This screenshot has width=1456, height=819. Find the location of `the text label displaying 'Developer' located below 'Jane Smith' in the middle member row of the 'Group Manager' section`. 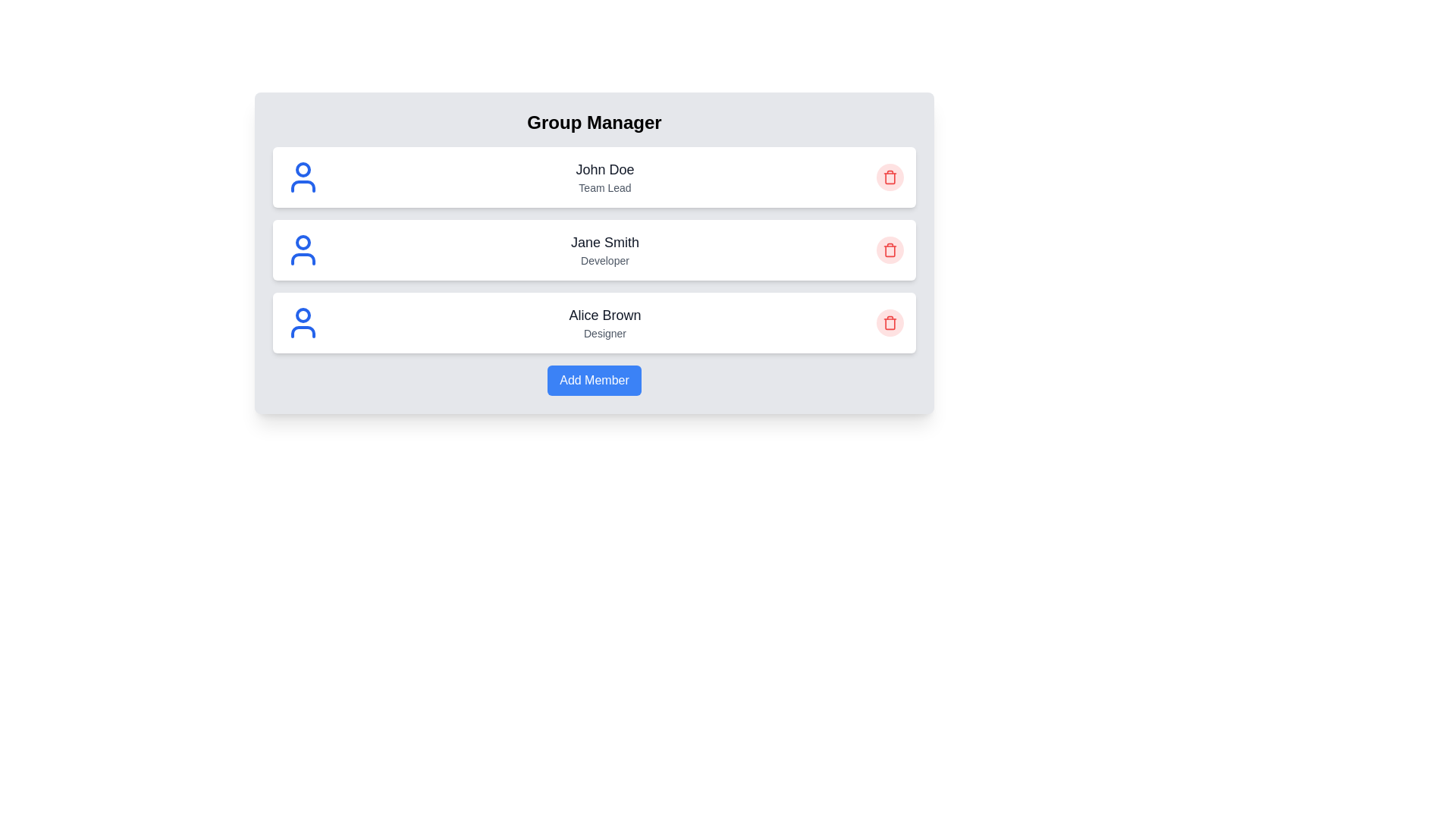

the text label displaying 'Developer' located below 'Jane Smith' in the middle member row of the 'Group Manager' section is located at coordinates (604, 259).